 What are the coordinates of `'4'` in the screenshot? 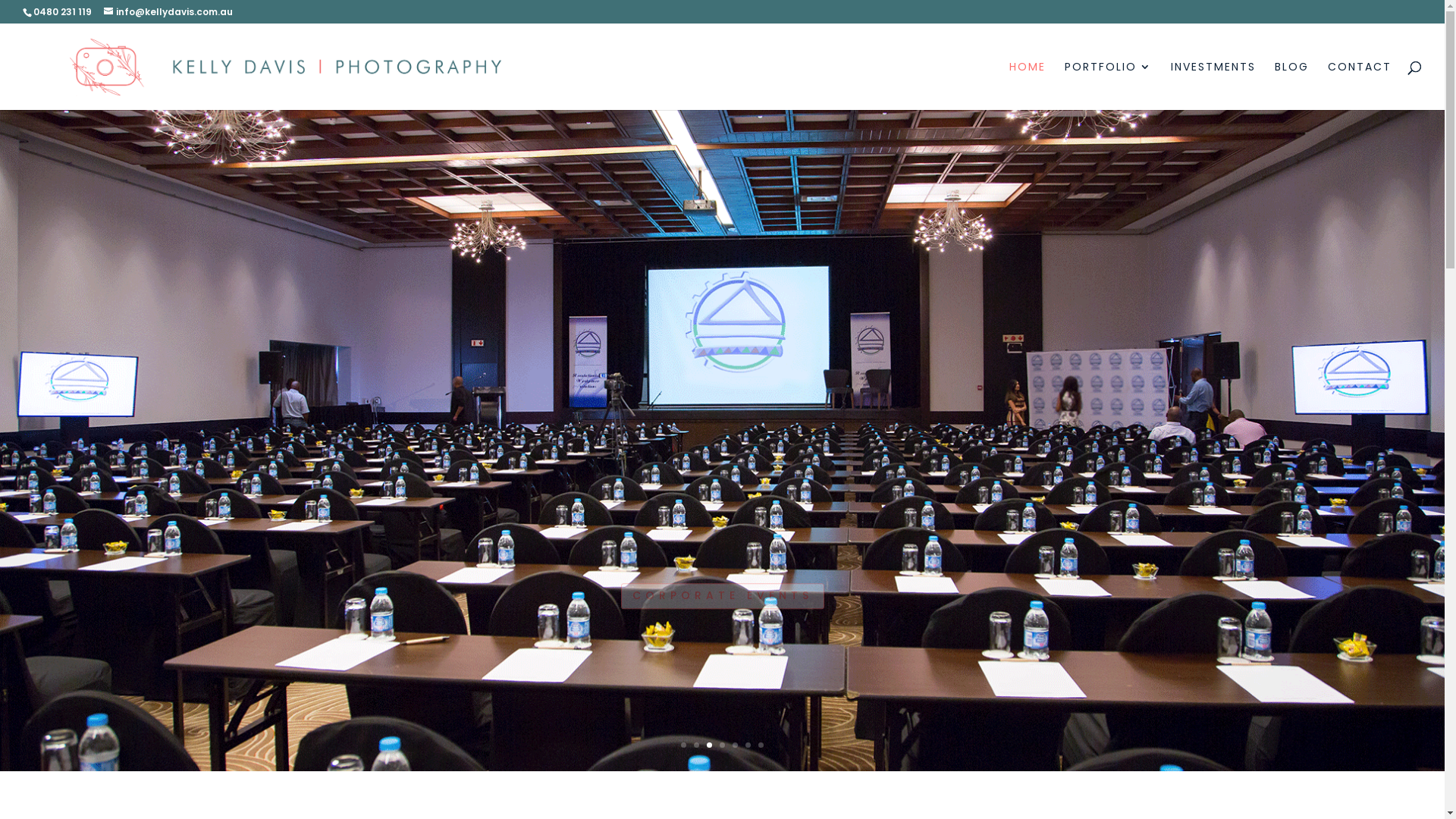 It's located at (721, 744).